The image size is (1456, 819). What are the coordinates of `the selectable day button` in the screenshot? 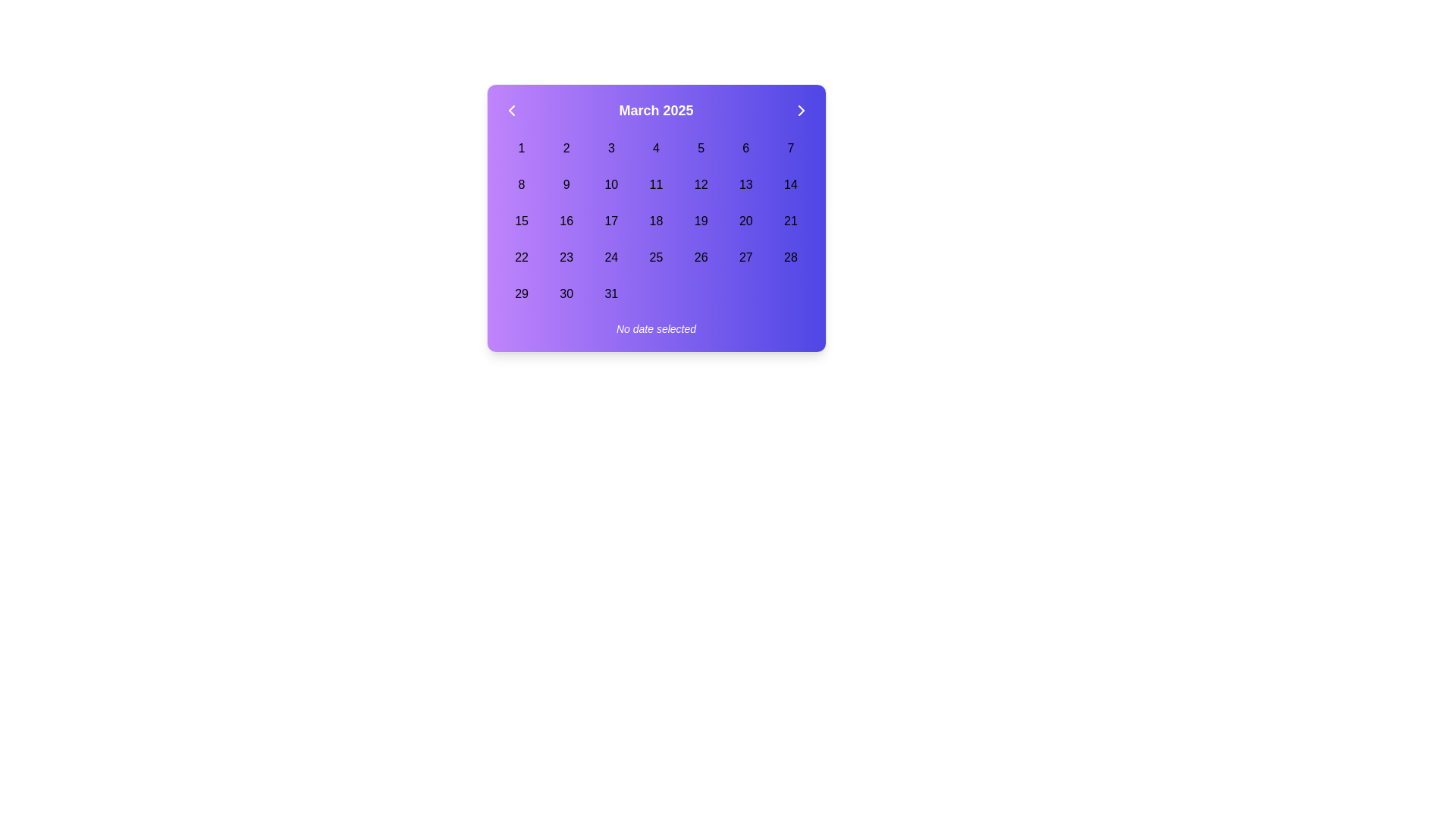 It's located at (522, 221).